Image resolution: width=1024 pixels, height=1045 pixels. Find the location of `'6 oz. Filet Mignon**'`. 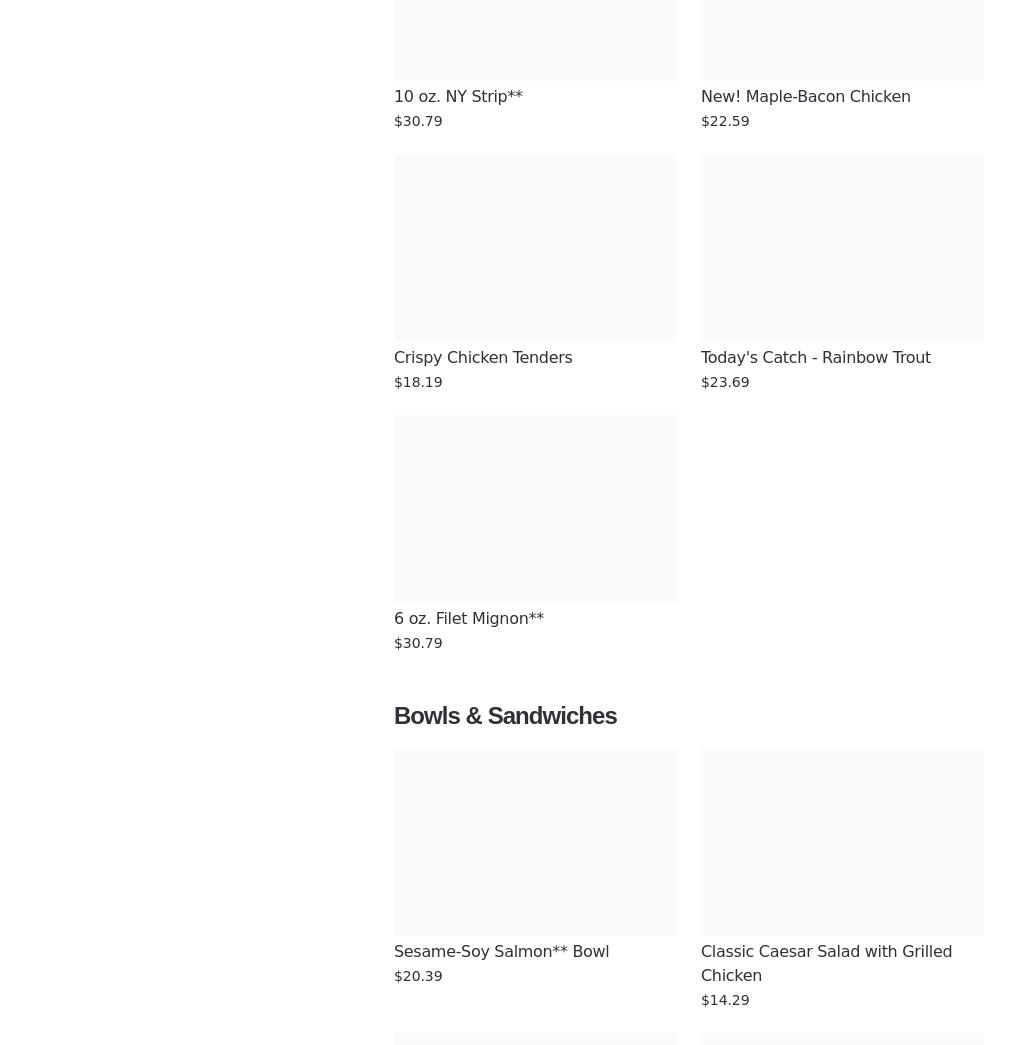

'6 oz. Filet Mignon**' is located at coordinates (468, 617).